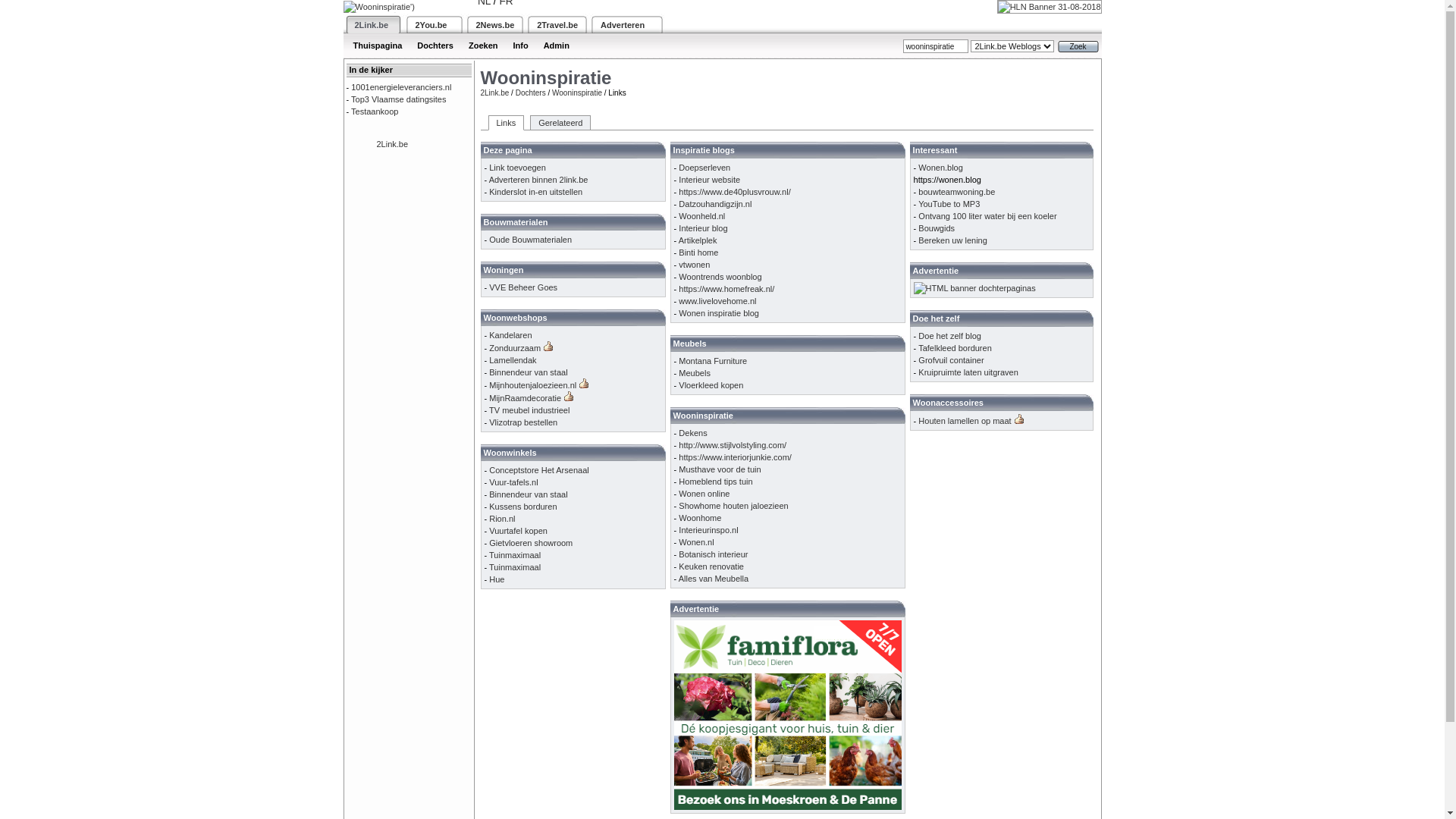  Describe the element at coordinates (949, 335) in the screenshot. I see `'Doe het zelf blog'` at that location.